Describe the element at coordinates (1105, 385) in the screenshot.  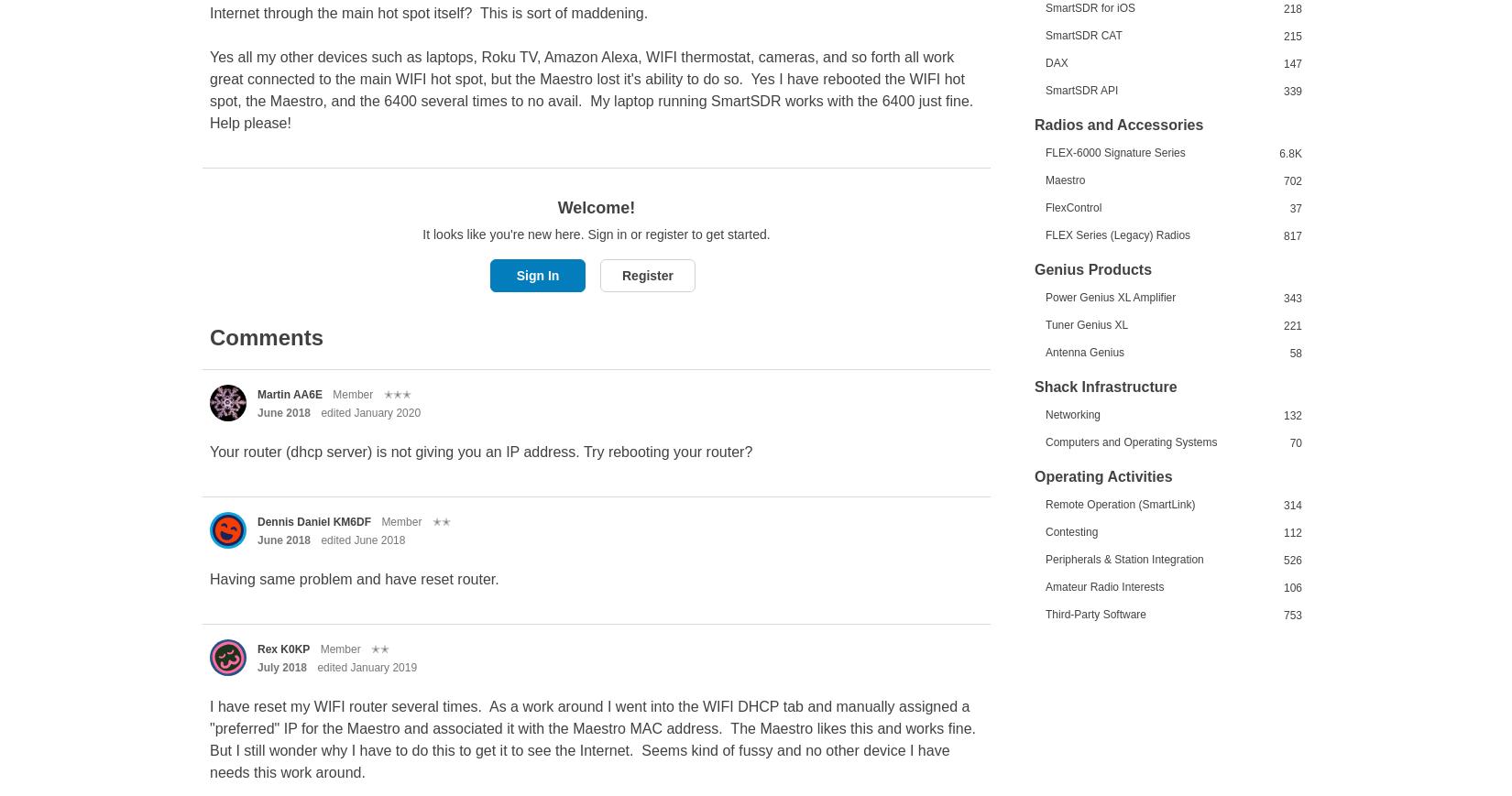
I see `'Shack Infrastructure'` at that location.